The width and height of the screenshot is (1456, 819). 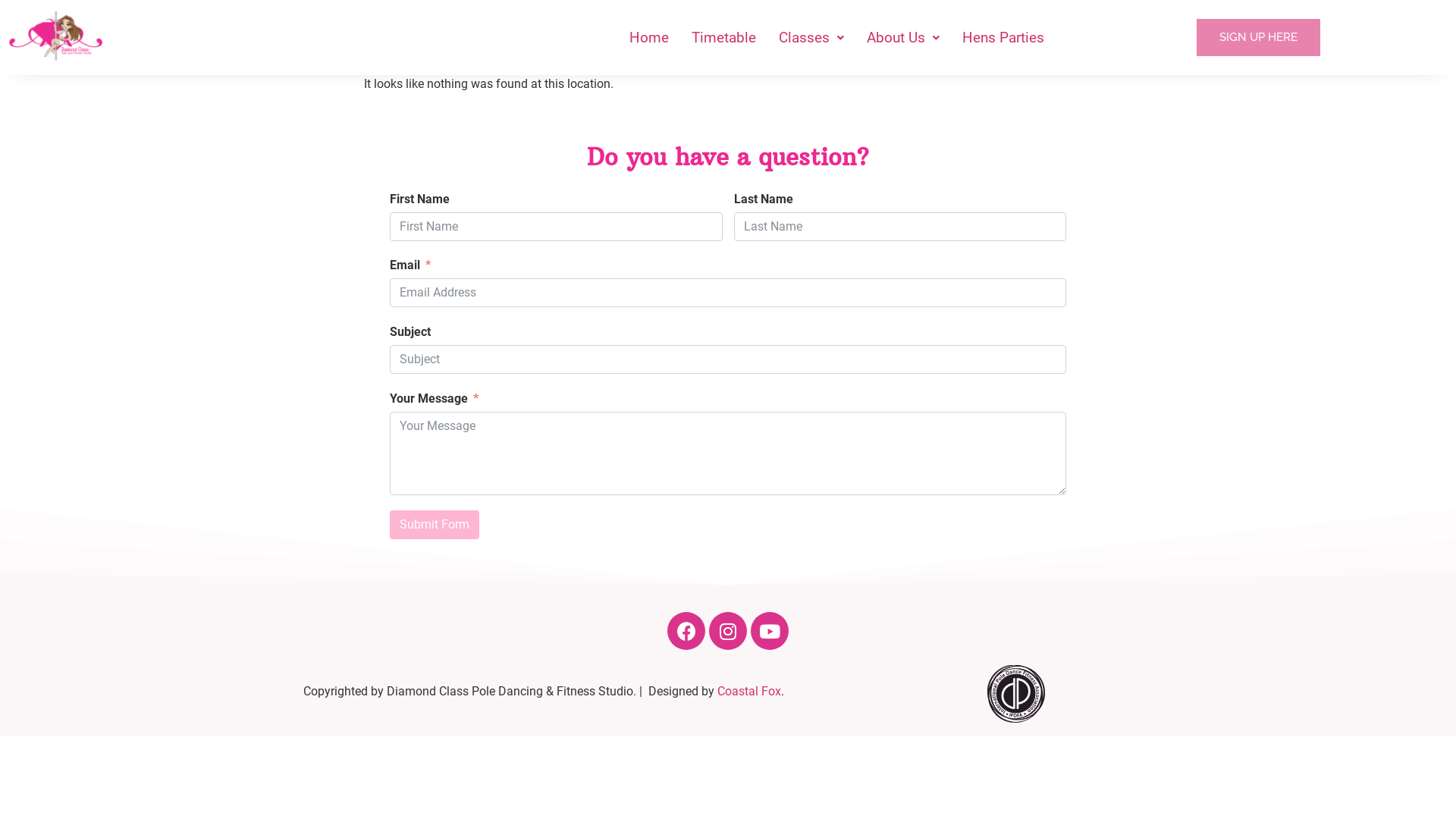 What do you see at coordinates (855, 36) in the screenshot?
I see `'About Us'` at bounding box center [855, 36].